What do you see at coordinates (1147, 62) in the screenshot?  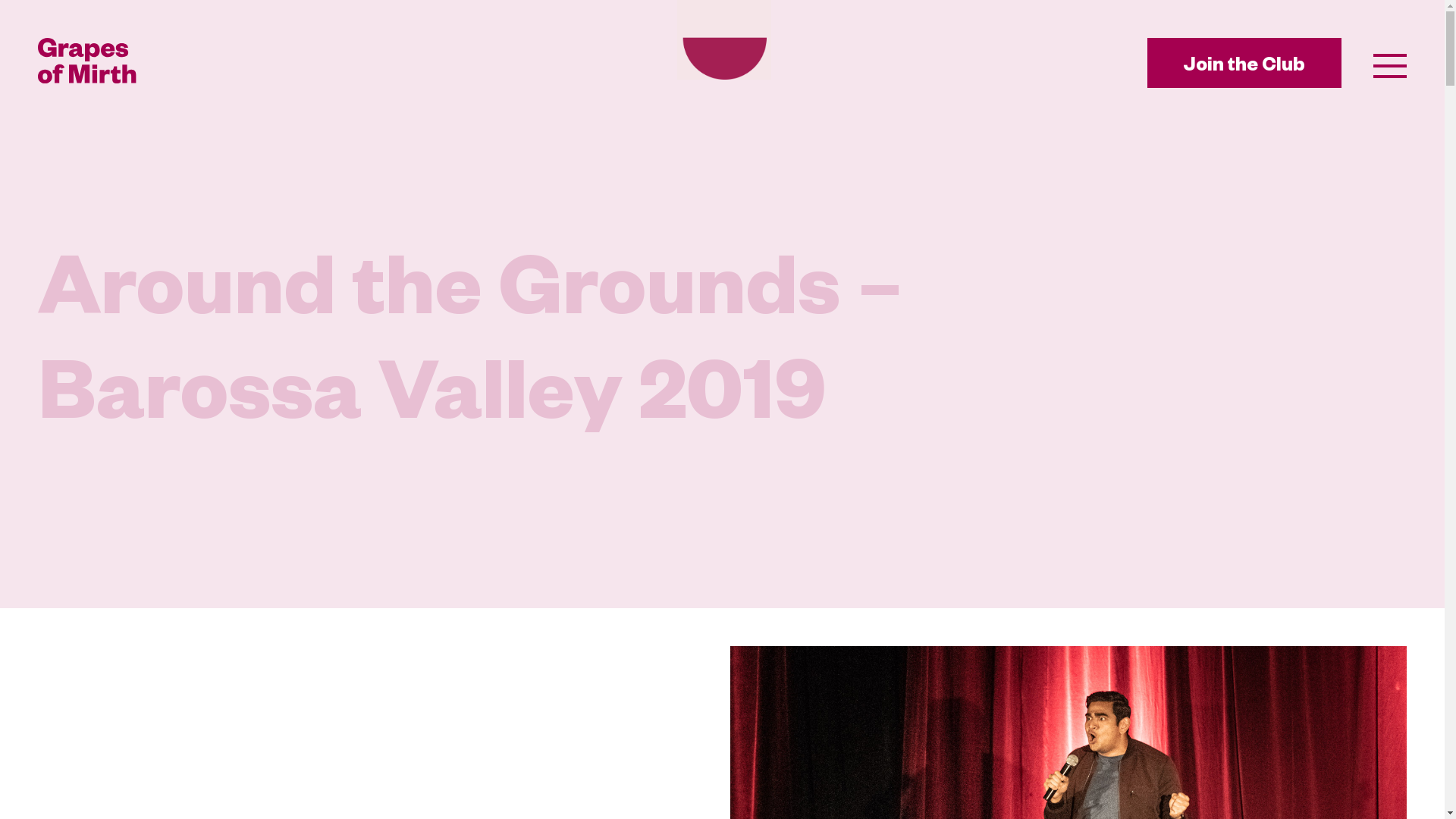 I see `'Join the Club'` at bounding box center [1147, 62].